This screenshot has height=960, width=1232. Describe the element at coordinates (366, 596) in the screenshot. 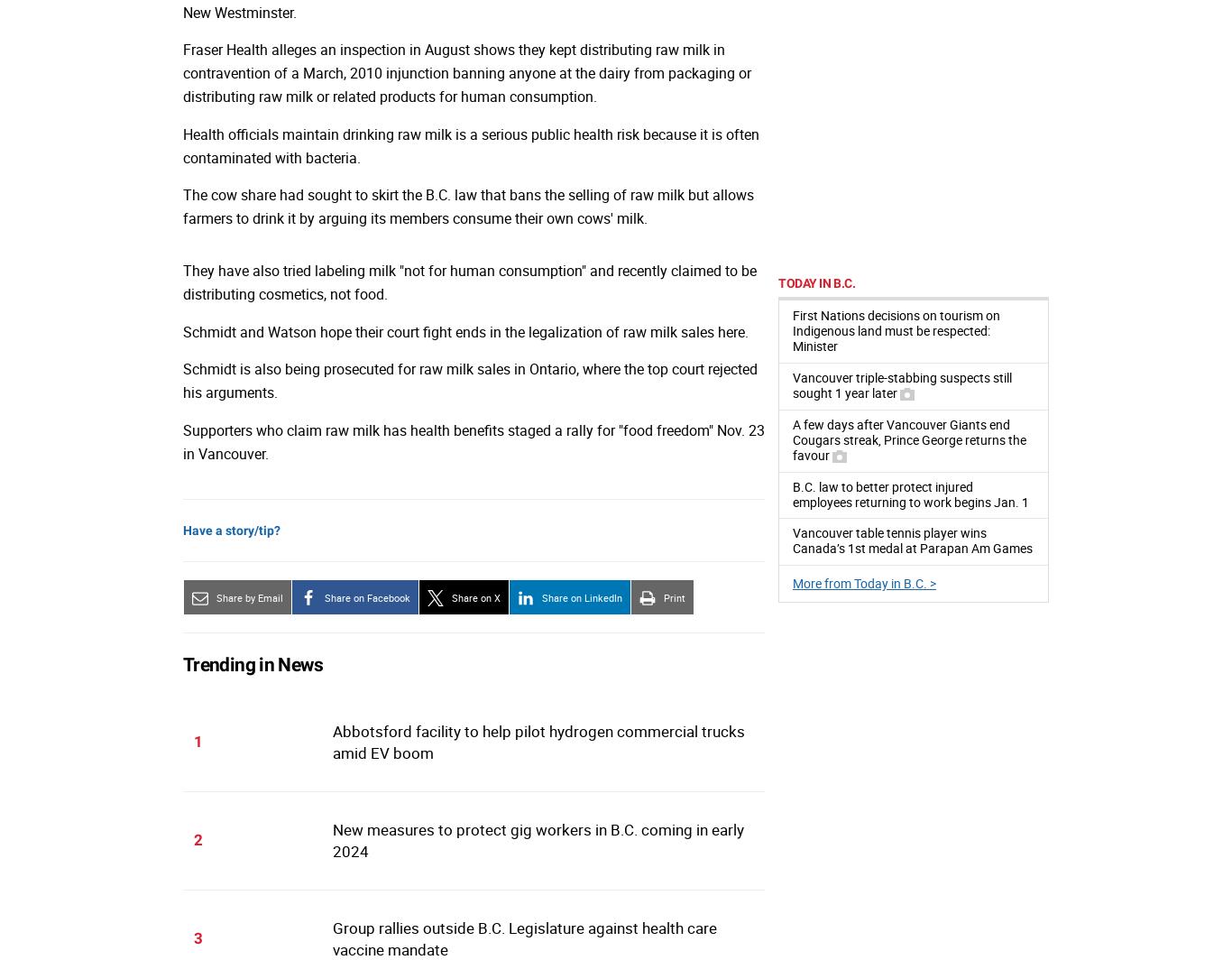

I see `'Share on Facebook'` at that location.